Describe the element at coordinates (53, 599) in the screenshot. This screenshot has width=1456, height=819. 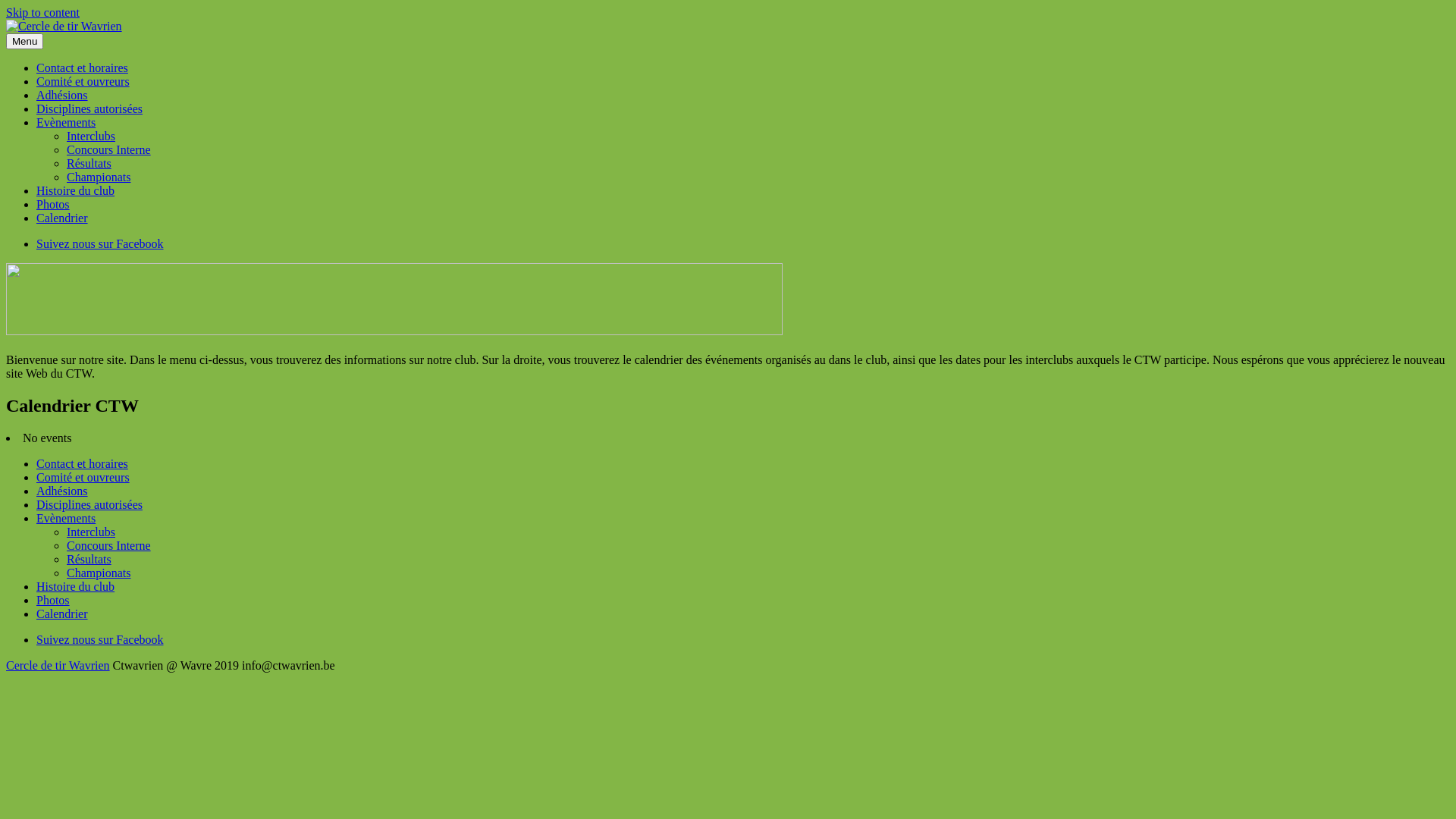
I see `'Photos'` at that location.